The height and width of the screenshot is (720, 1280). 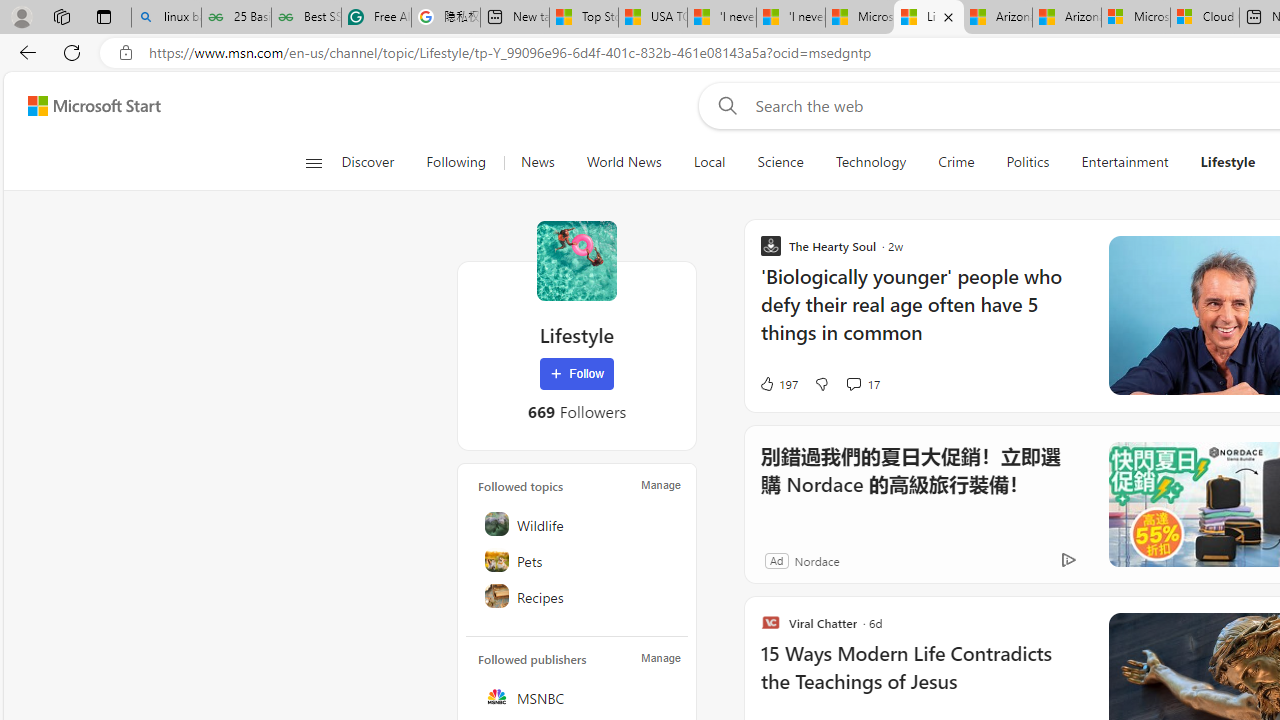 What do you see at coordinates (871, 162) in the screenshot?
I see `'Technology'` at bounding box center [871, 162].